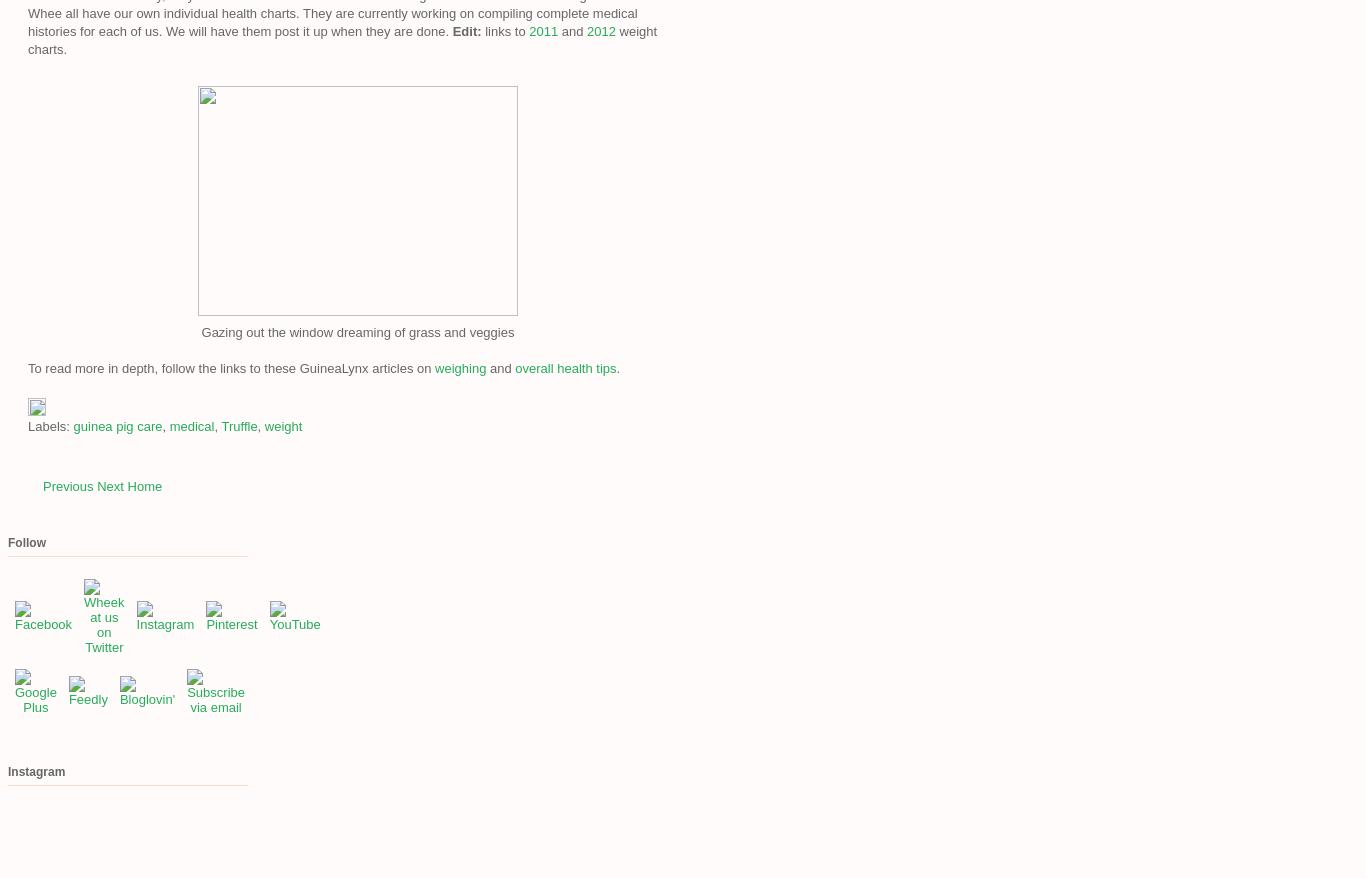 The image size is (1366, 878). Describe the element at coordinates (616, 367) in the screenshot. I see `'.'` at that location.